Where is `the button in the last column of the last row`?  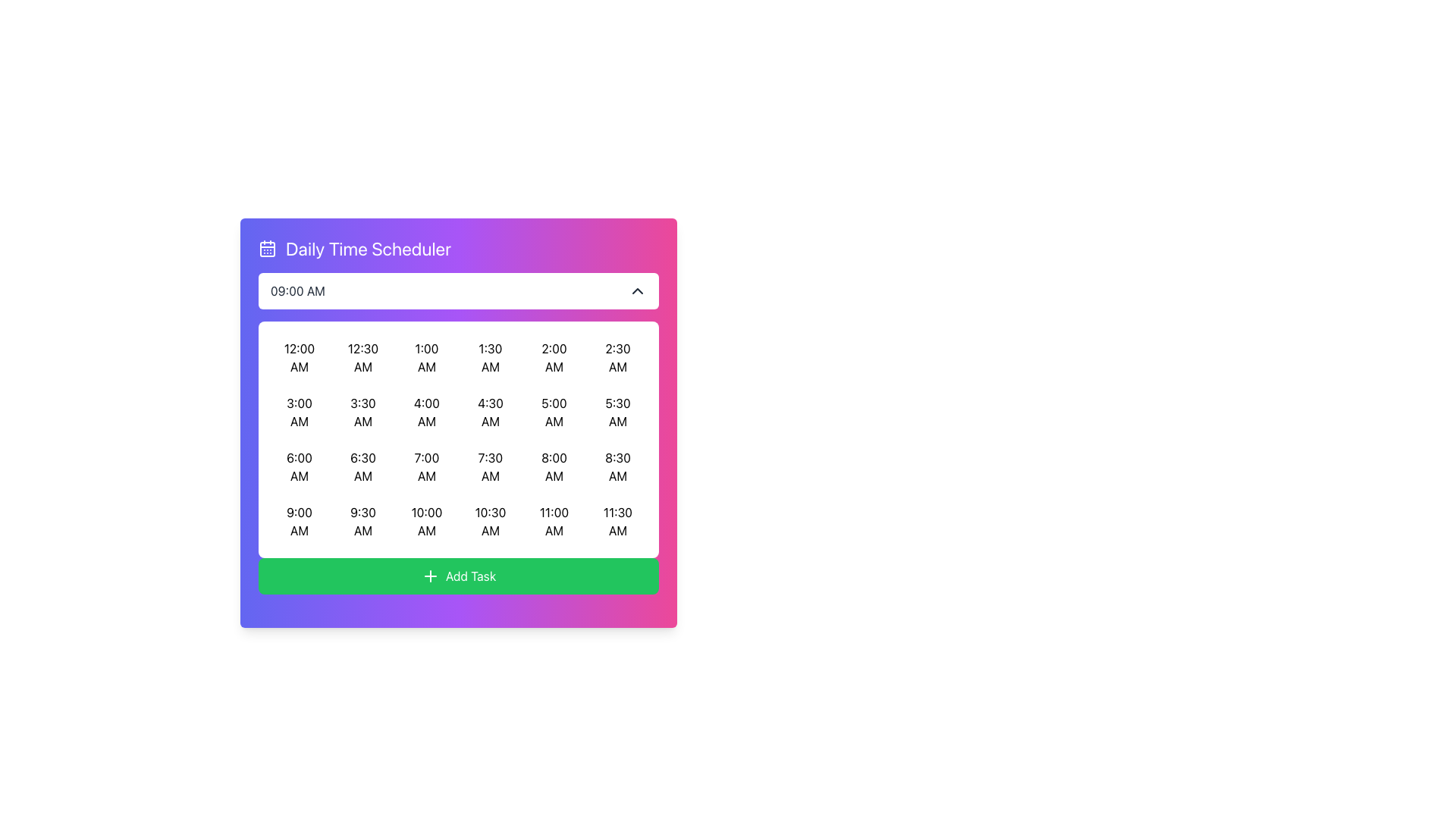 the button in the last column of the last row is located at coordinates (618, 520).